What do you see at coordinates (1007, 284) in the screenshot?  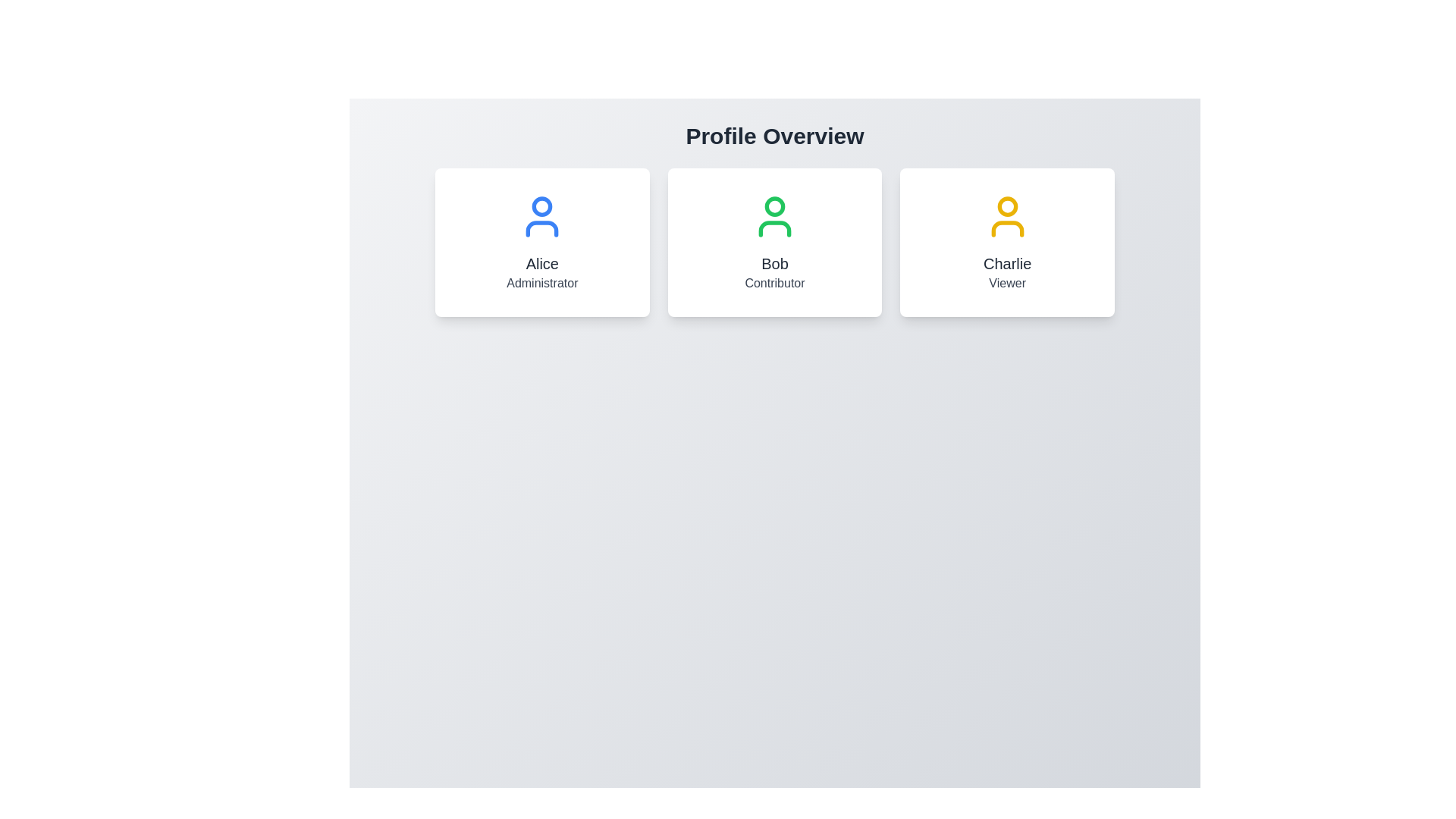 I see `informational label located at the bottom of the profile card labeled 'Charlie', which provides auxiliary details about the profile` at bounding box center [1007, 284].